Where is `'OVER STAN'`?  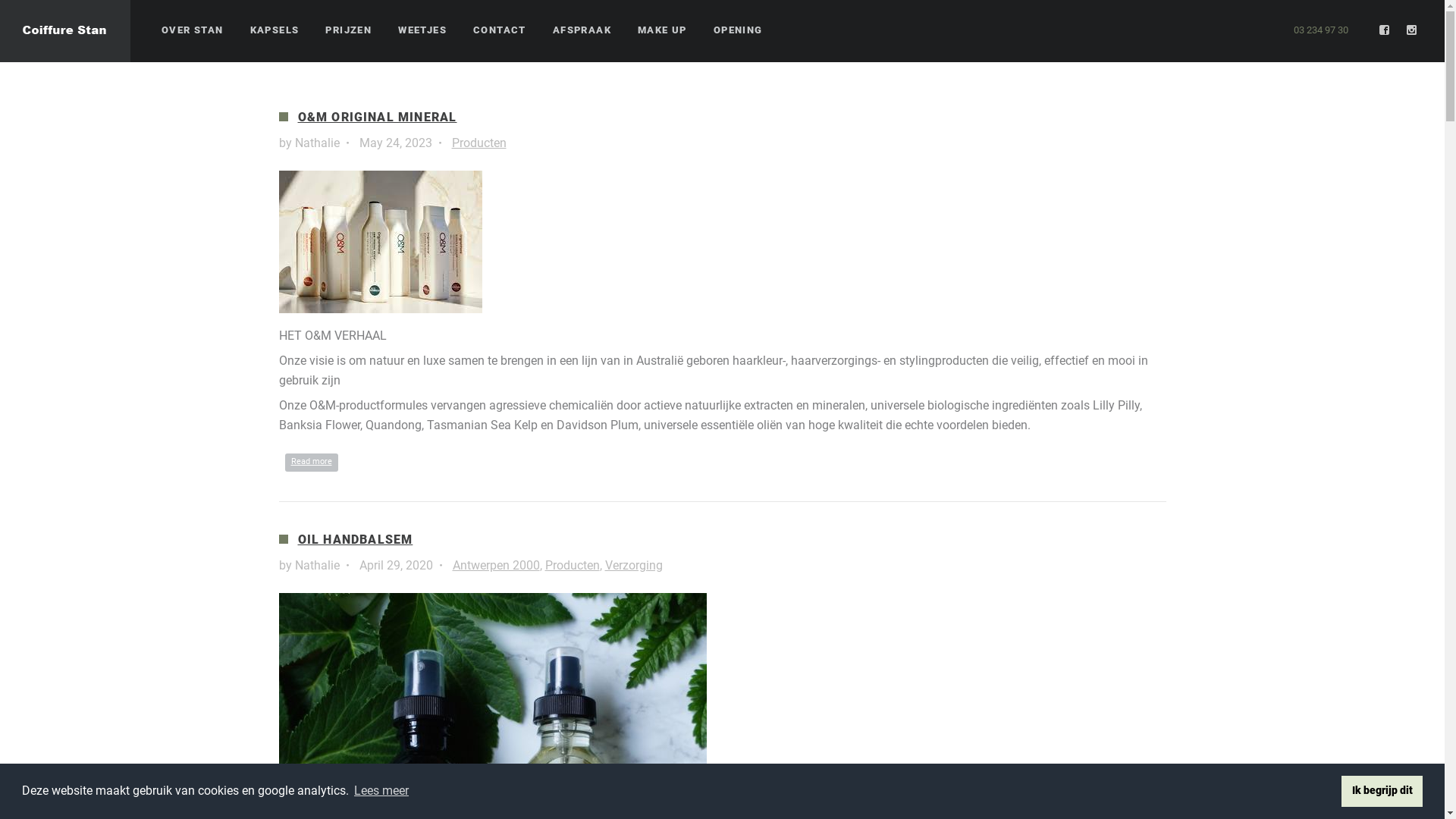 'OVER STAN' is located at coordinates (192, 30).